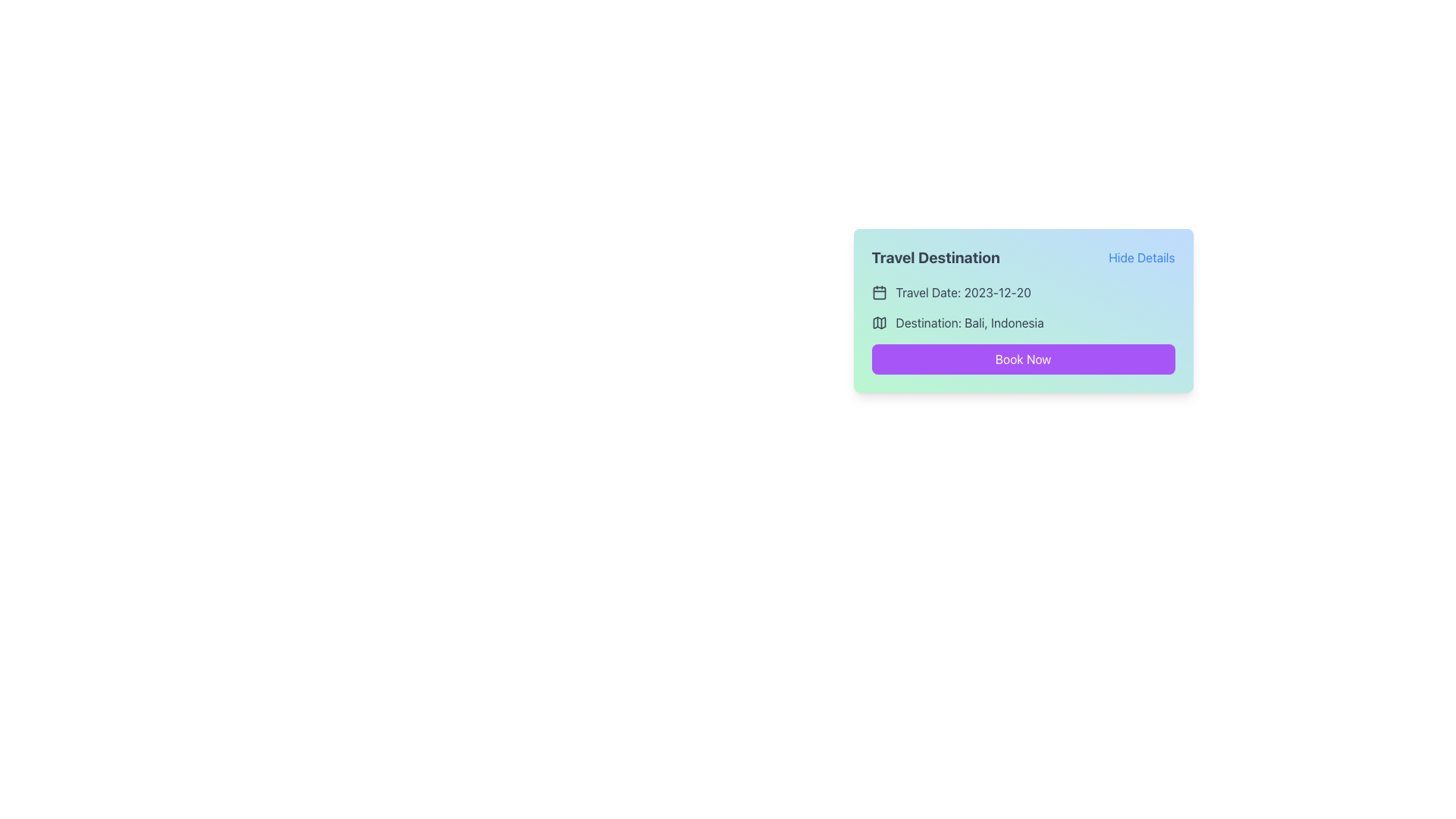  Describe the element at coordinates (879, 322) in the screenshot. I see `the map icon located in the second row of the details section, which is to the left of the 'Destination: Bali, Indonesia' text` at that location.